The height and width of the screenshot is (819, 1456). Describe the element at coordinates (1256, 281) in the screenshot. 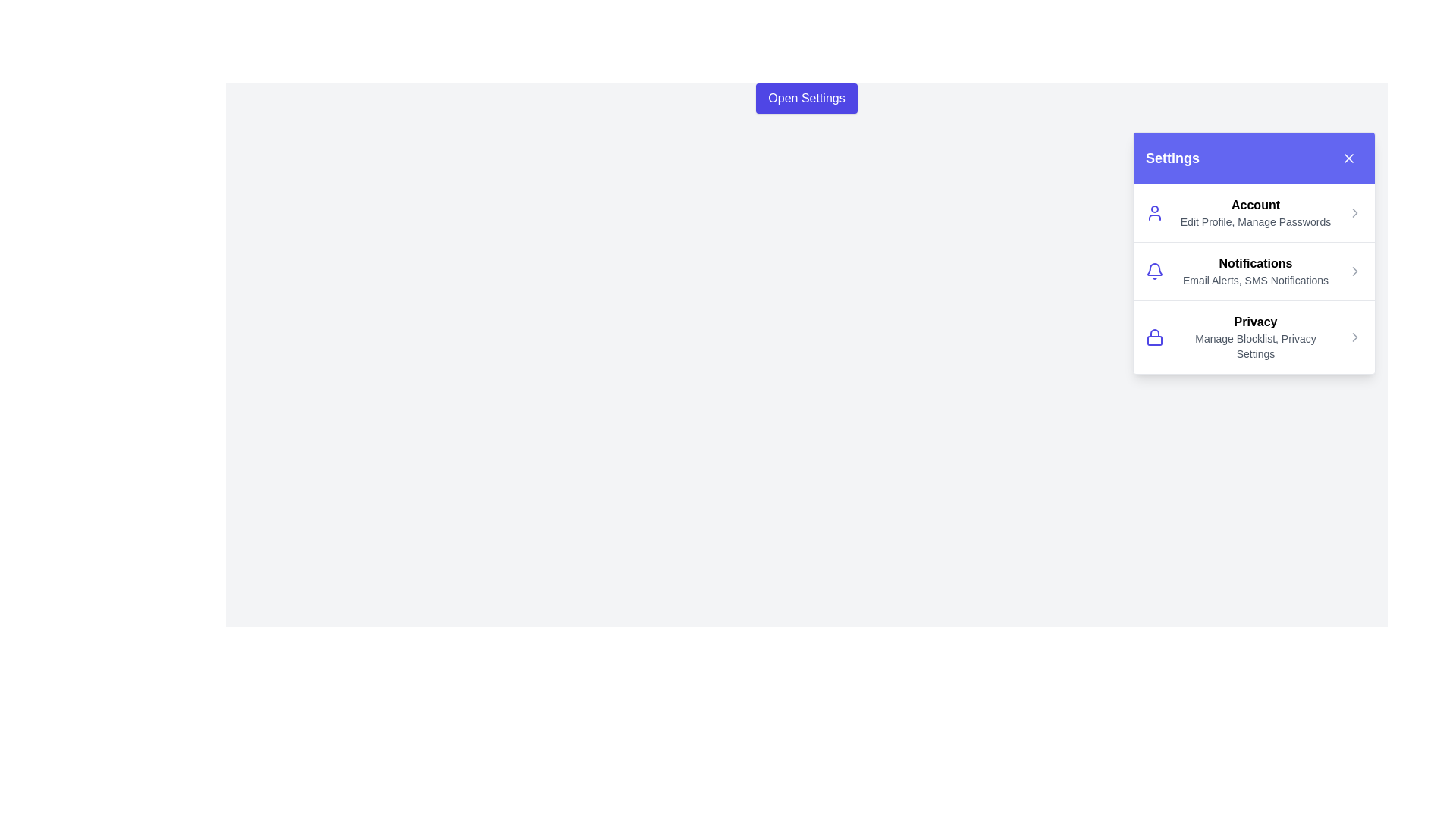

I see `the Text label that describes the types of notifications, located under the 'Notifications' heading in the settings panel` at that location.